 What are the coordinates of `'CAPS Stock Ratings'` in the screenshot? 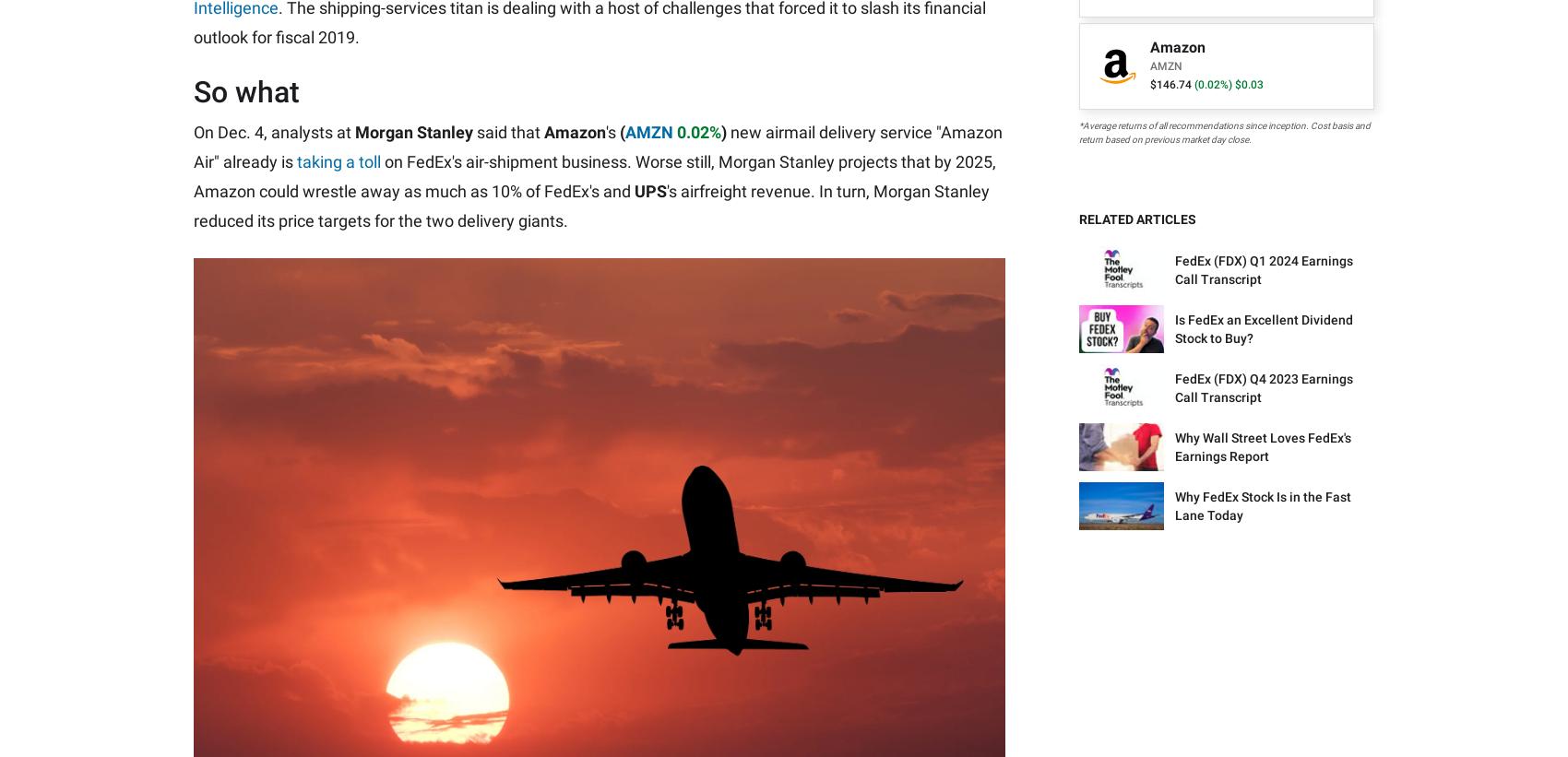 It's located at (1038, 247).